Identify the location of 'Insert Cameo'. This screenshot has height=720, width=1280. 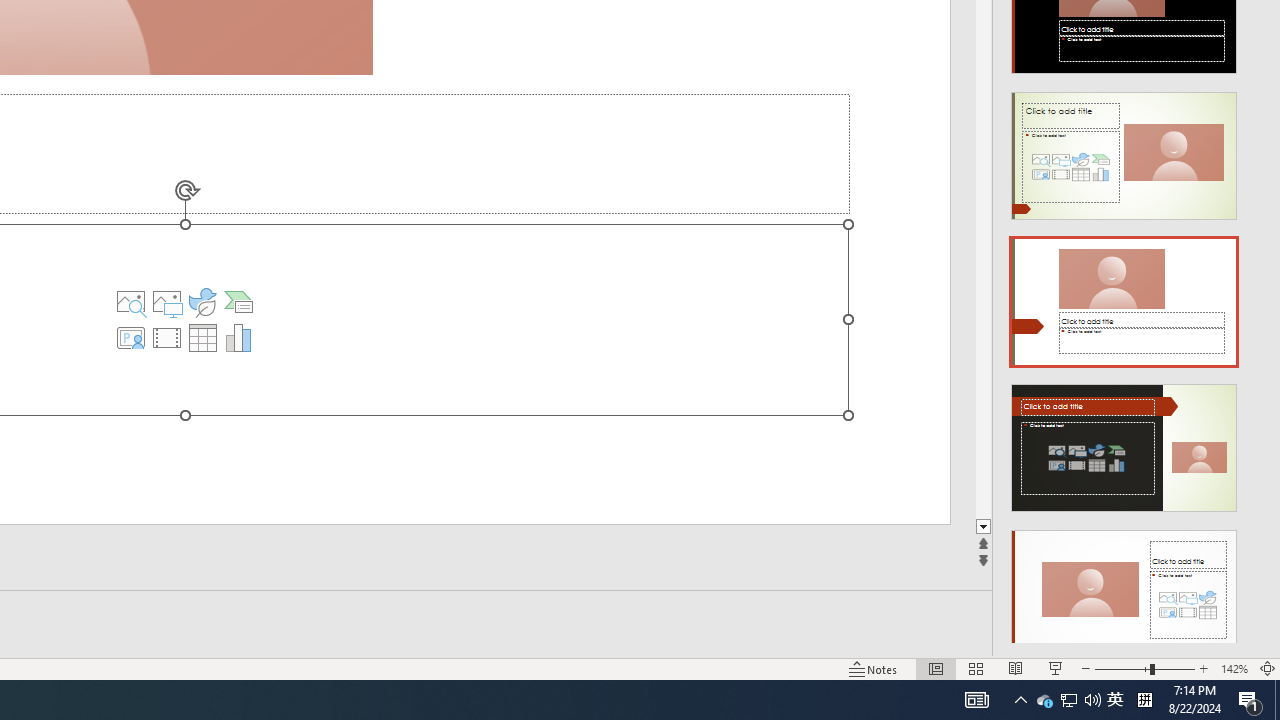
(130, 337).